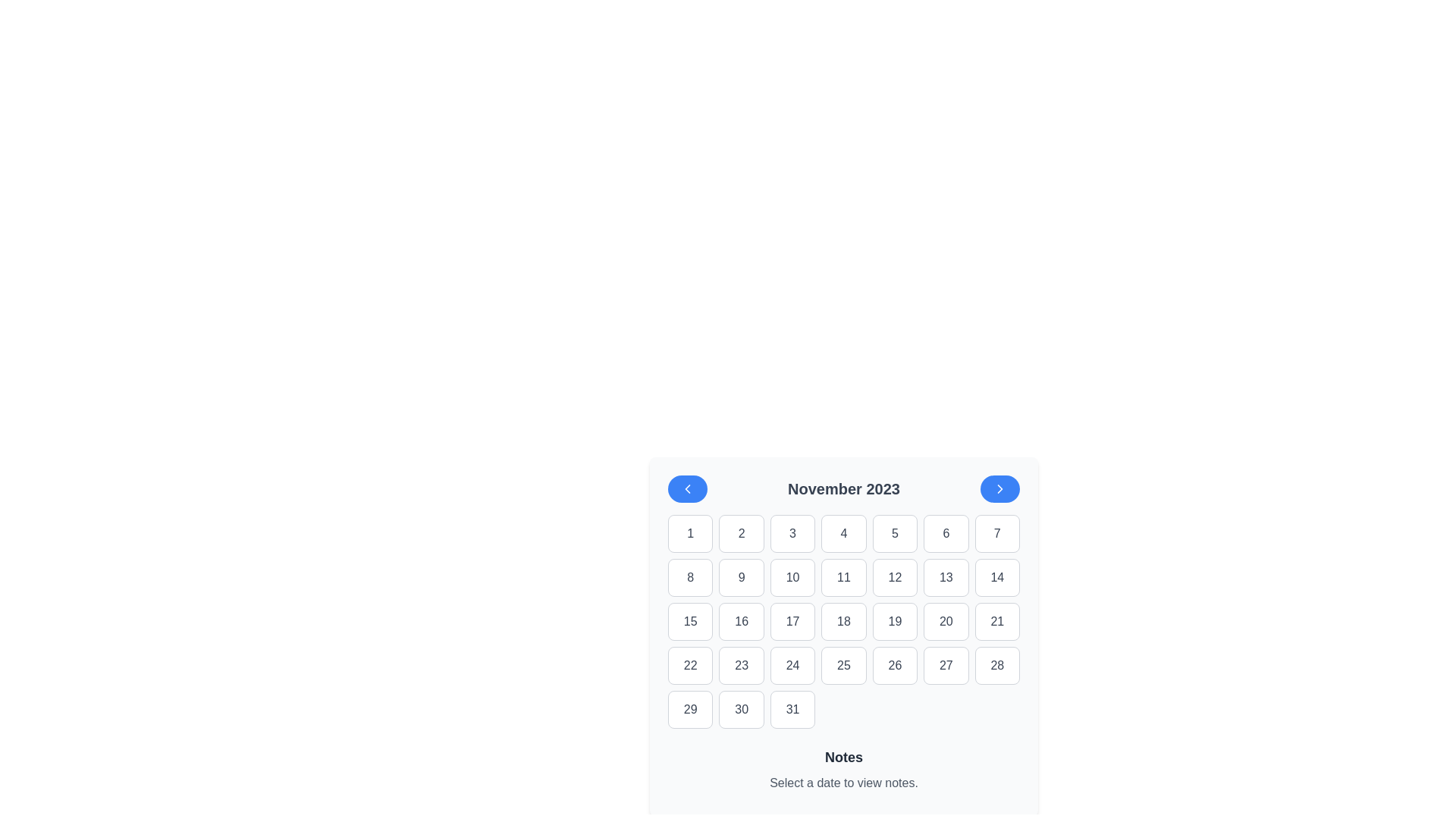 Image resolution: width=1456 pixels, height=819 pixels. I want to click on the chevron icon located at the top-right corner of the calendar interface, which is nested within a rounded blue button, so click(1000, 488).